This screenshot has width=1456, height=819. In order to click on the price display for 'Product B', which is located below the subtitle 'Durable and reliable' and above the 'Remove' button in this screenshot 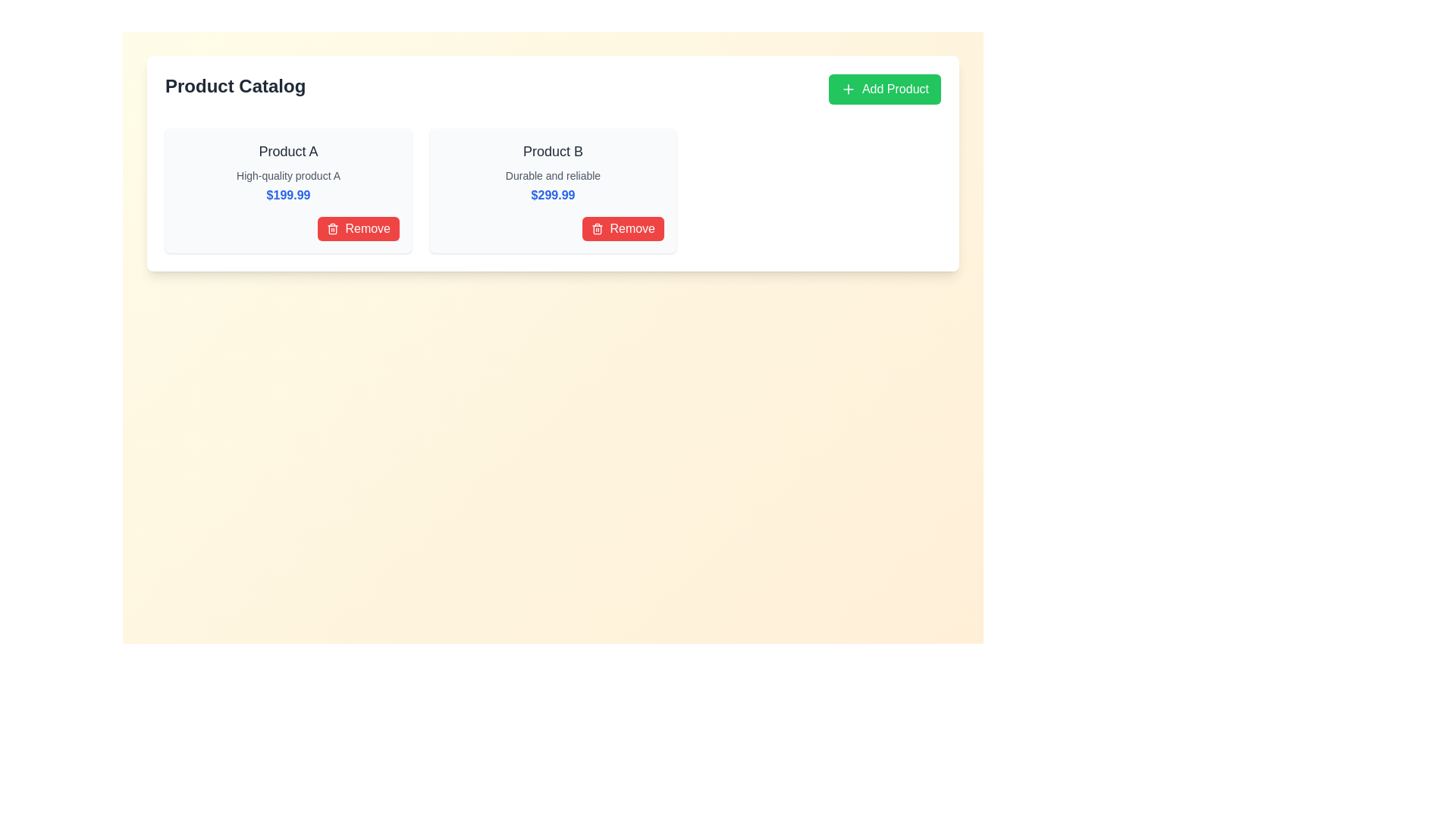, I will do `click(552, 195)`.